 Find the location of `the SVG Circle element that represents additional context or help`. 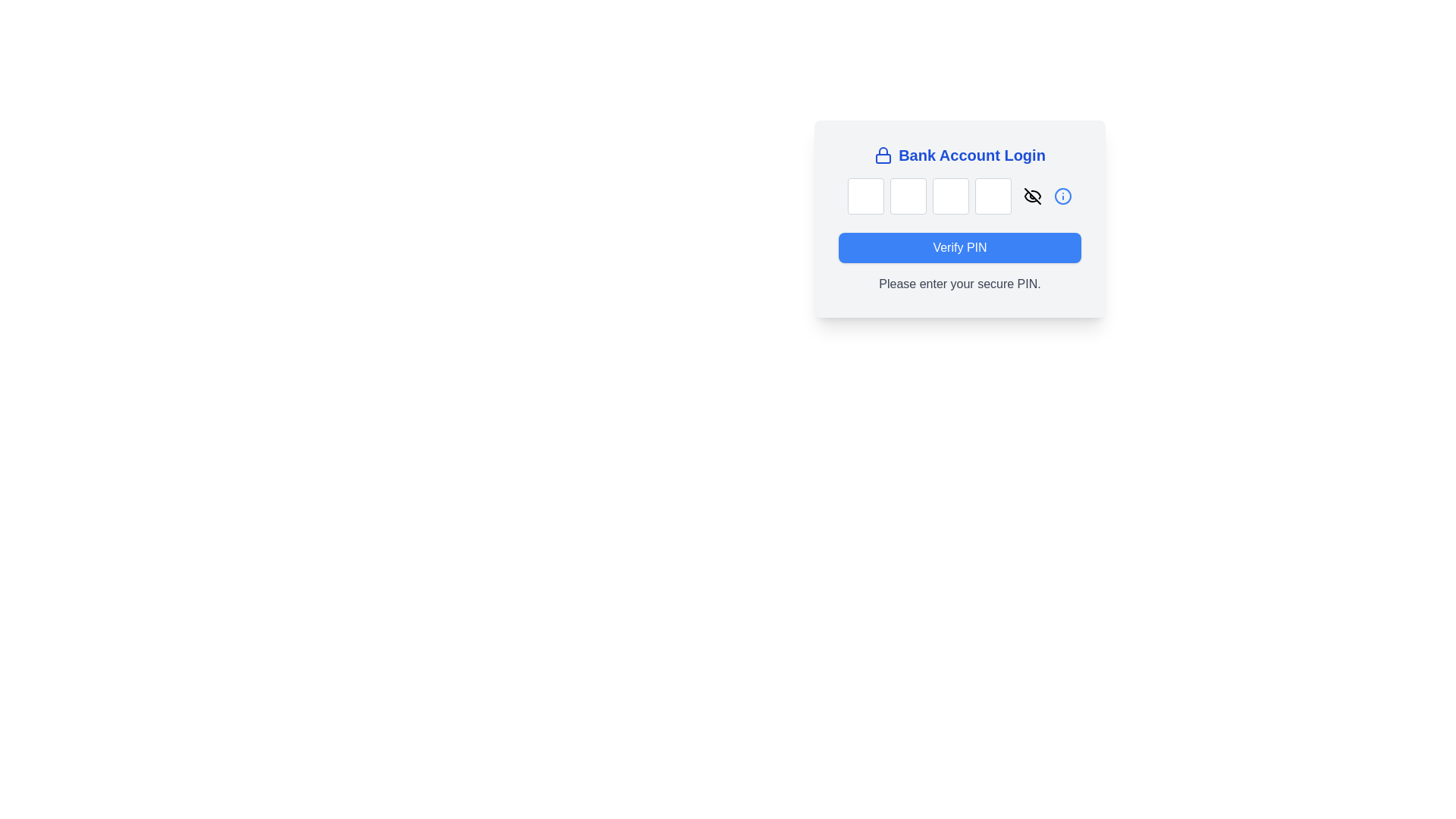

the SVG Circle element that represents additional context or help is located at coordinates (1062, 195).